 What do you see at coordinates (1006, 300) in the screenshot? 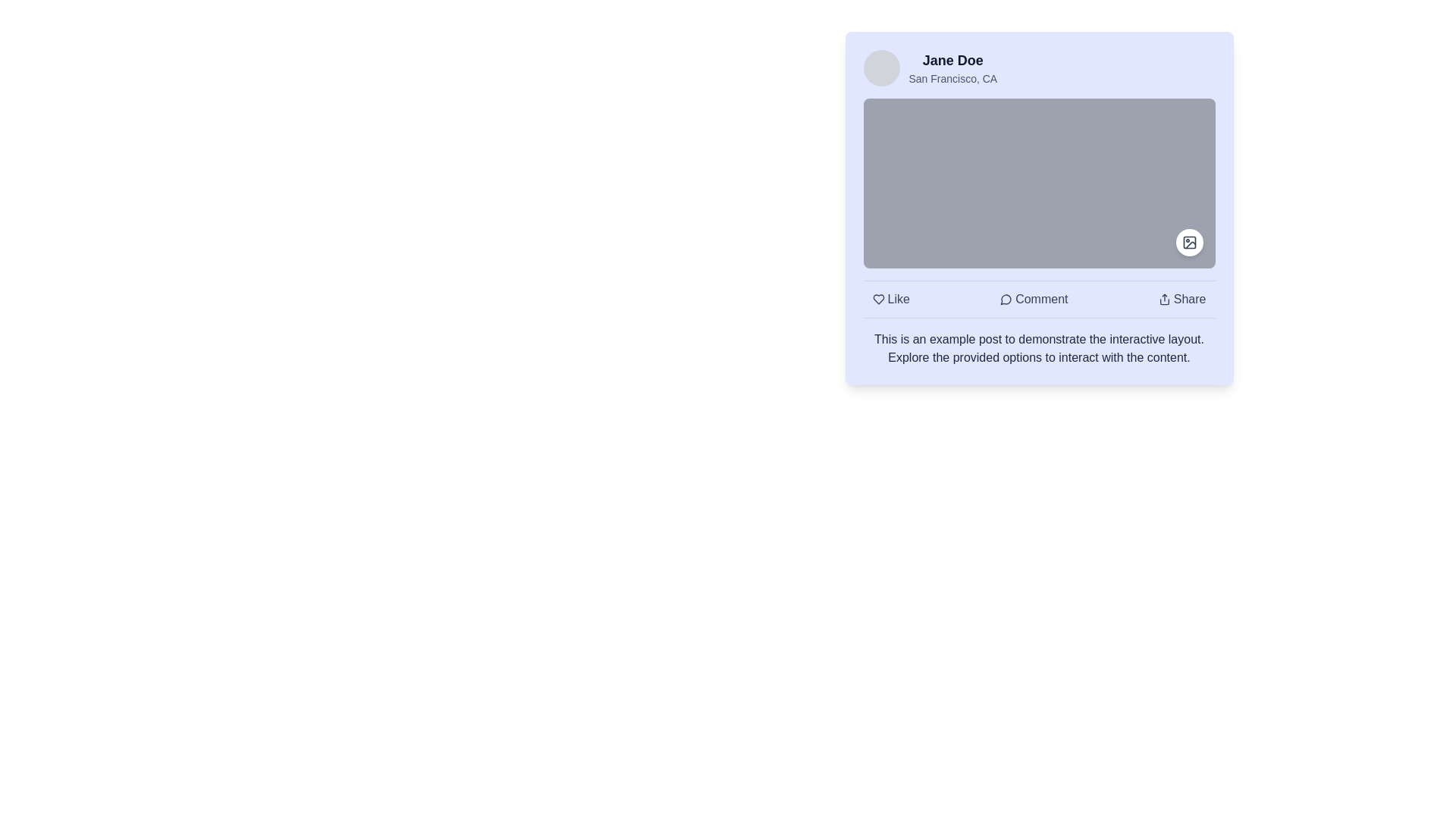
I see `the SVG graphic of the speech bubble icon representing the 'Comment' action` at bounding box center [1006, 300].